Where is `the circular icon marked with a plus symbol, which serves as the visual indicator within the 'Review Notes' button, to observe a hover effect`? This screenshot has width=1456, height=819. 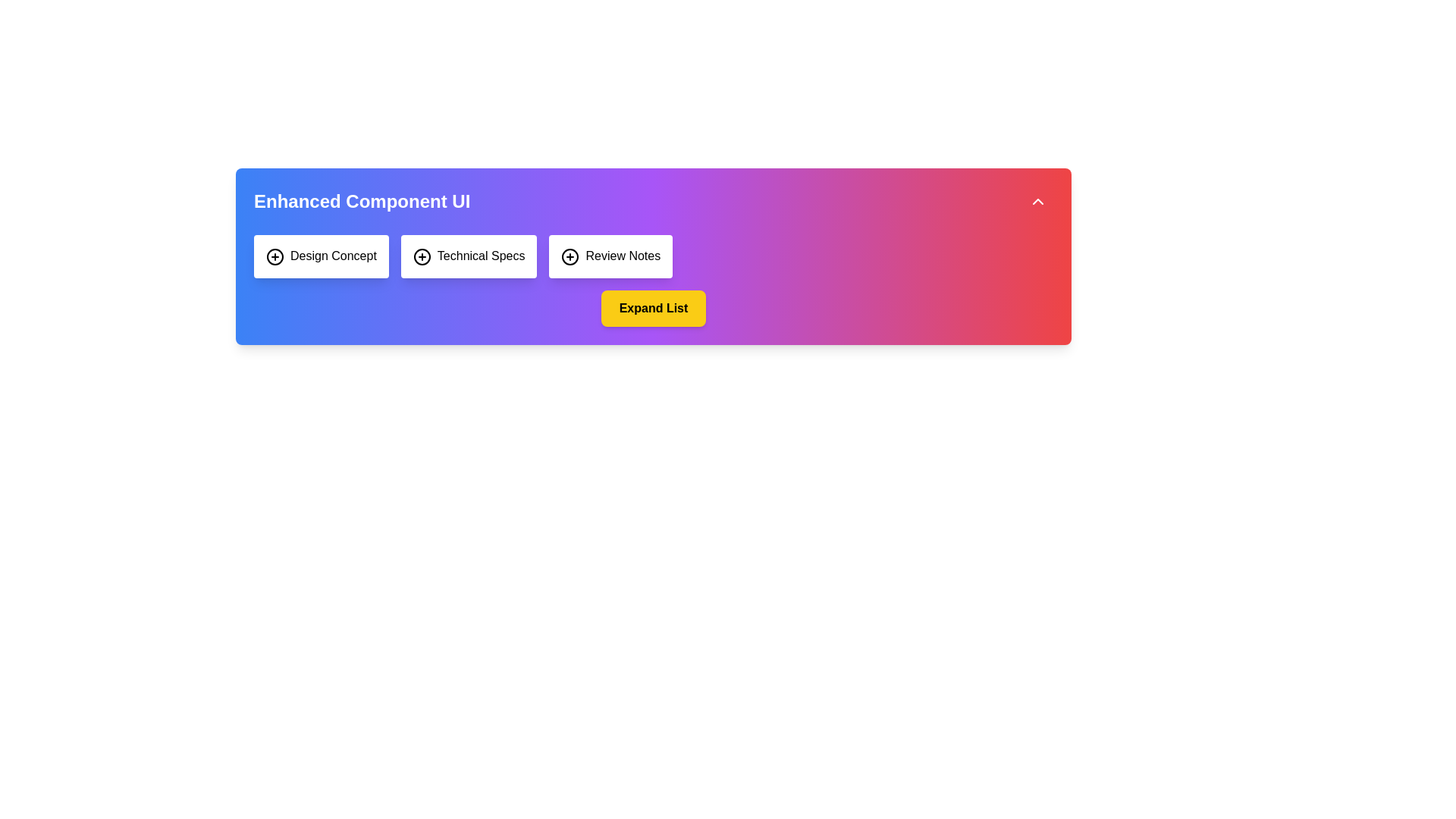
the circular icon marked with a plus symbol, which serves as the visual indicator within the 'Review Notes' button, to observe a hover effect is located at coordinates (570, 256).